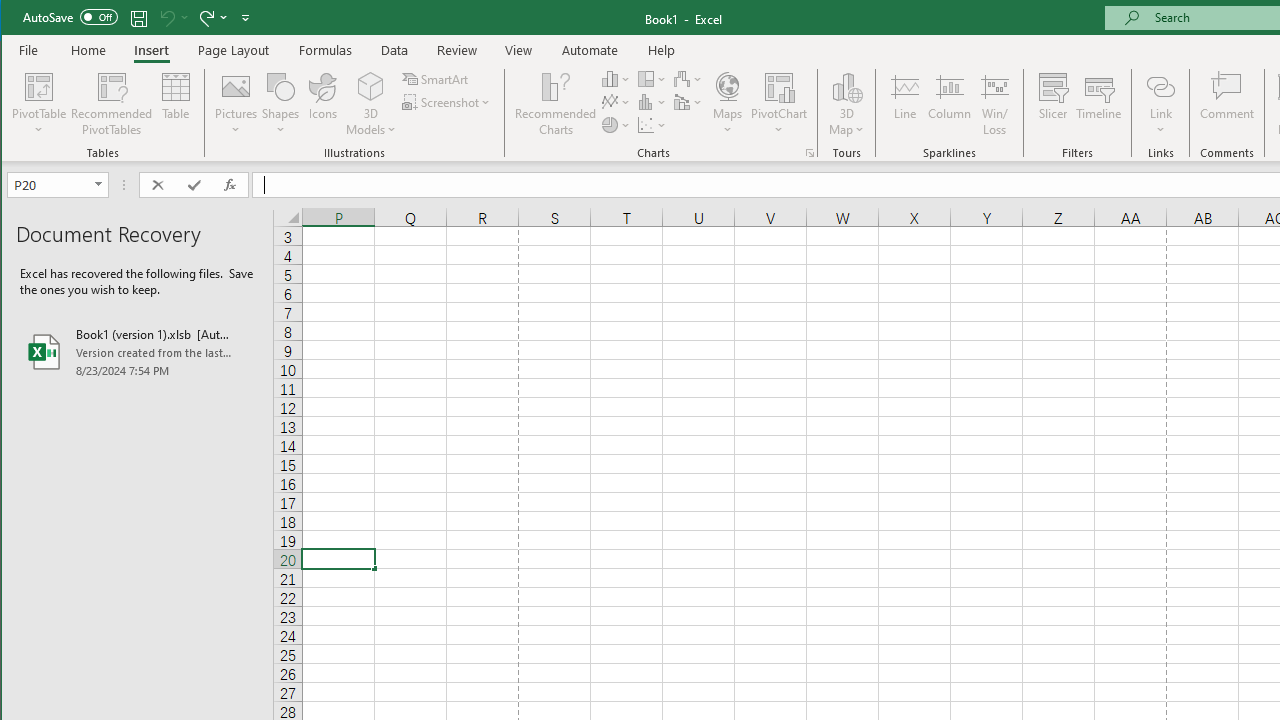 This screenshot has width=1280, height=720. I want to click on 'Timeline', so click(1097, 104).